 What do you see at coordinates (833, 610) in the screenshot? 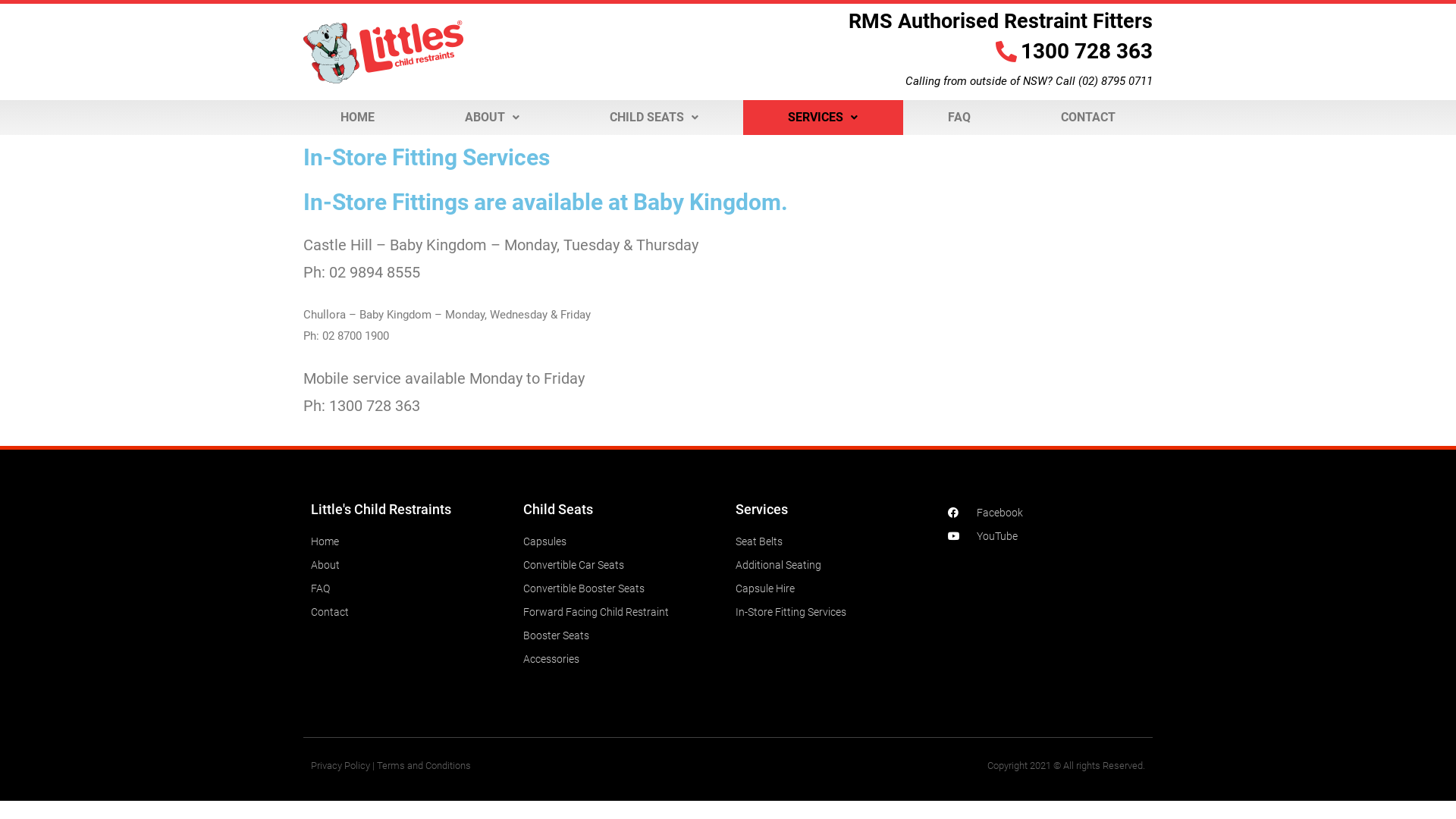
I see `'In-Store Fitting Services'` at bounding box center [833, 610].